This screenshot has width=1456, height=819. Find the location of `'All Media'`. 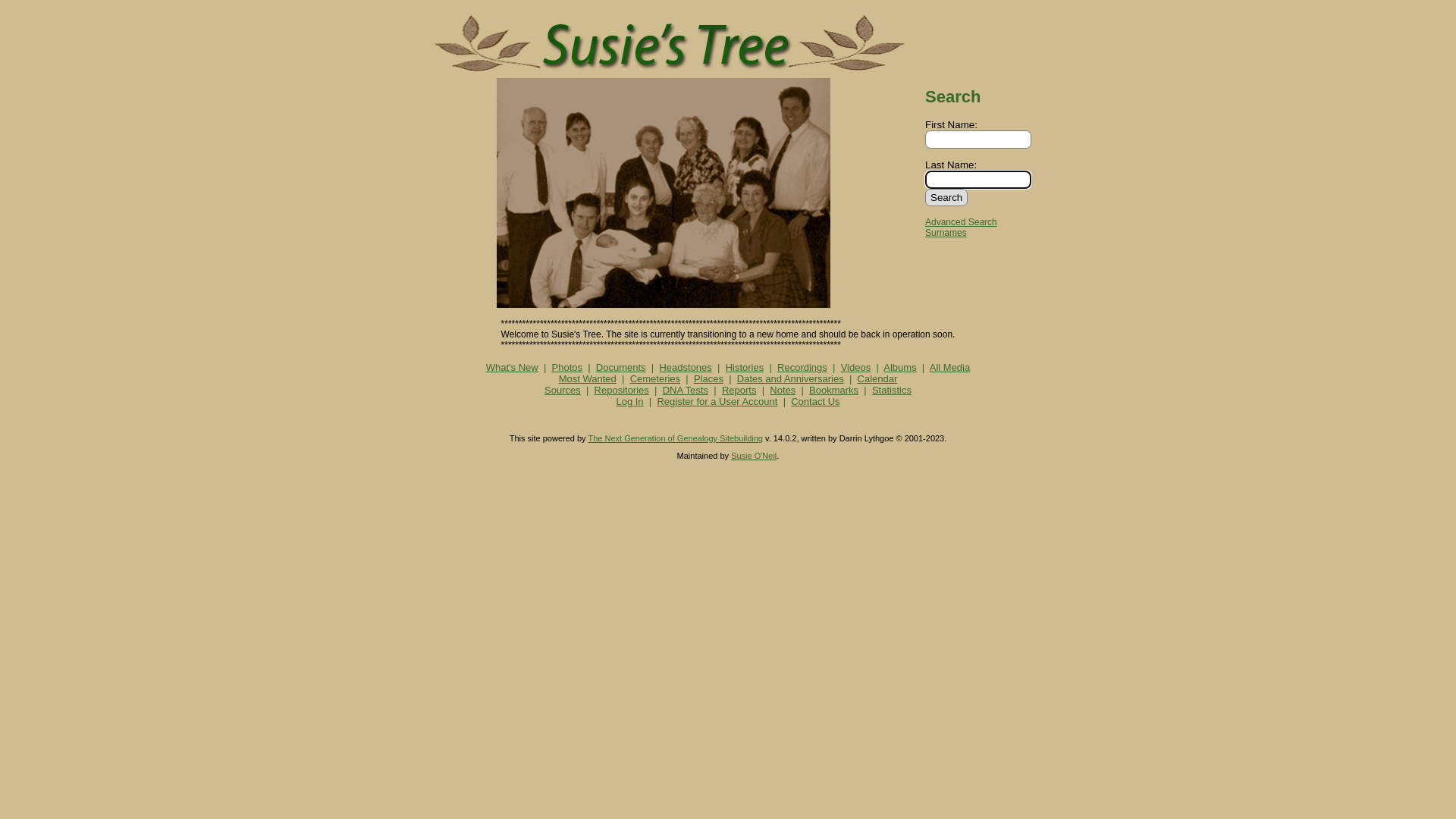

'All Media' is located at coordinates (949, 367).